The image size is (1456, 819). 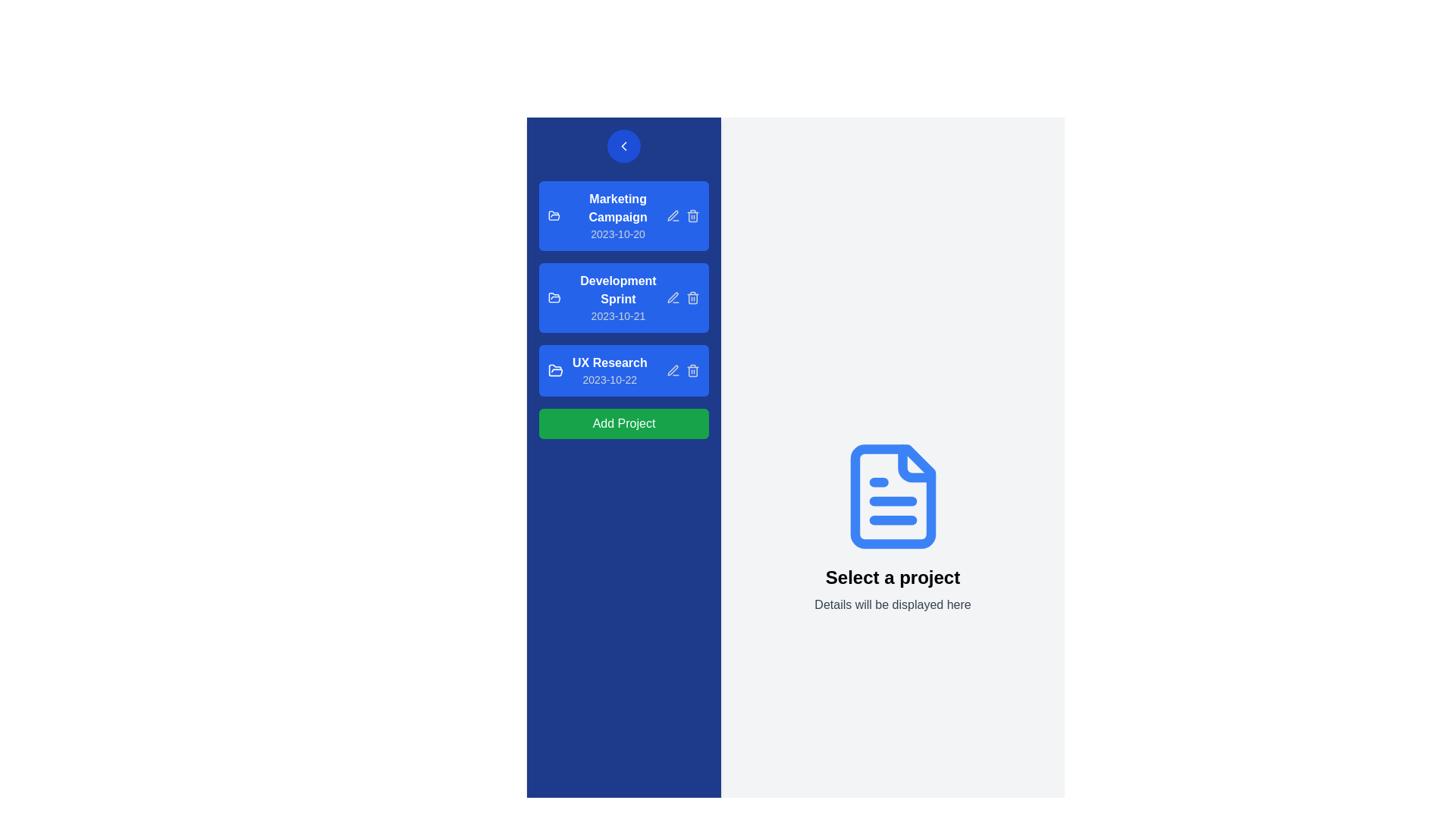 What do you see at coordinates (555, 371) in the screenshot?
I see `the folder icon representing 'UX Research' in the left sidebar's project list` at bounding box center [555, 371].